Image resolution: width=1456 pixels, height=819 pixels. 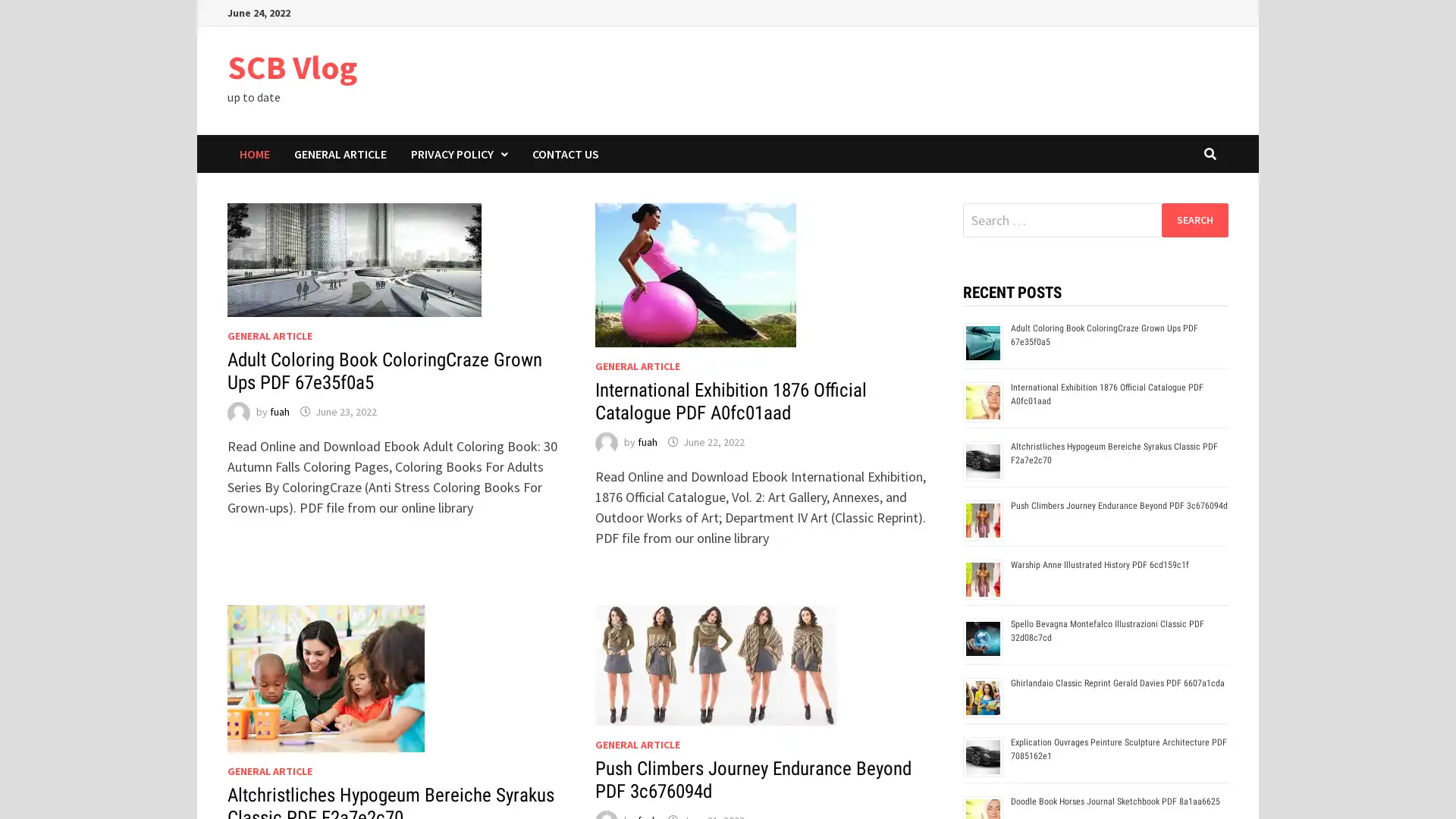 What do you see at coordinates (1194, 219) in the screenshot?
I see `Search` at bounding box center [1194, 219].